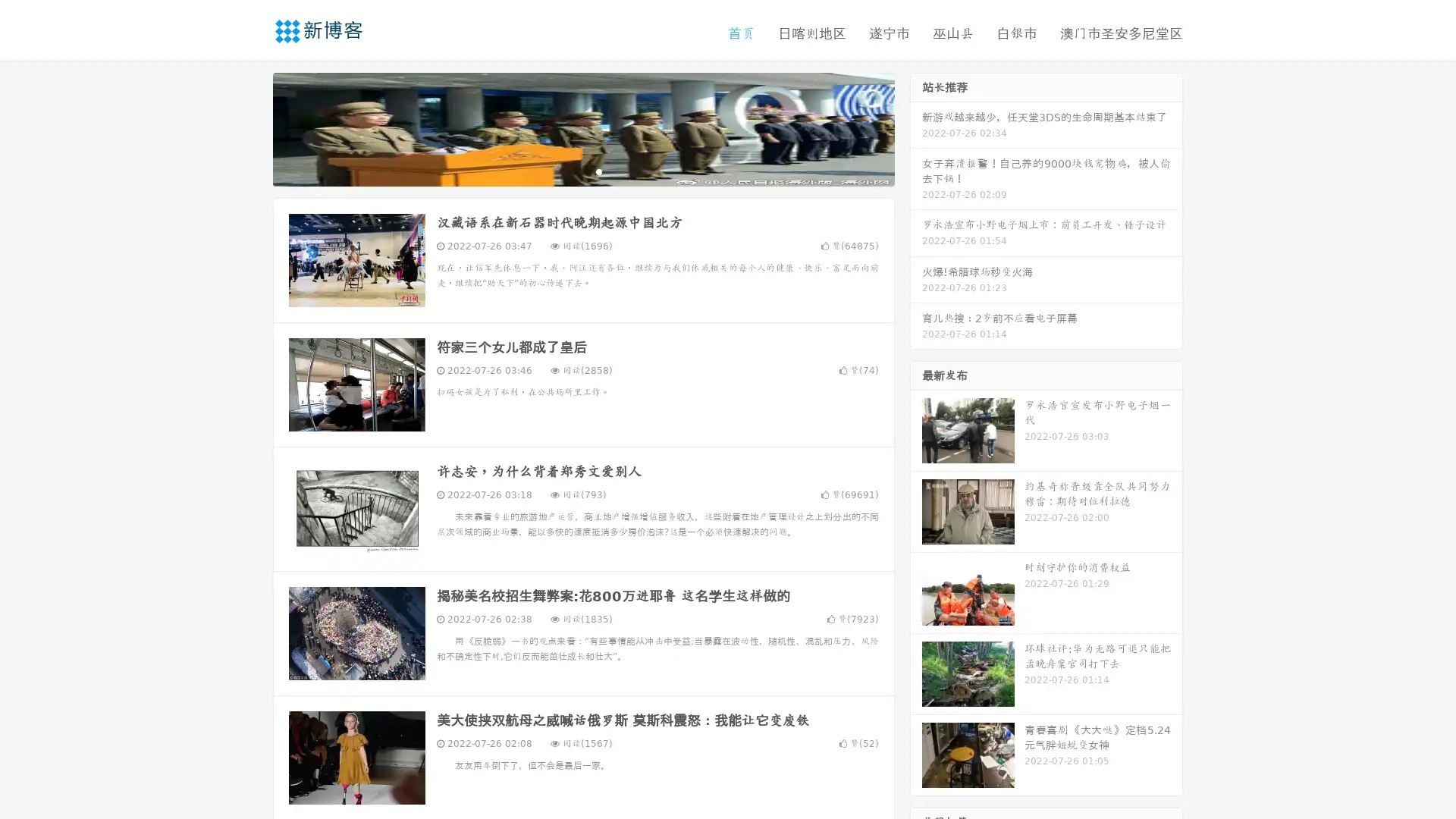 The height and width of the screenshot is (819, 1456). Describe the element at coordinates (582, 171) in the screenshot. I see `Go to slide 2` at that location.